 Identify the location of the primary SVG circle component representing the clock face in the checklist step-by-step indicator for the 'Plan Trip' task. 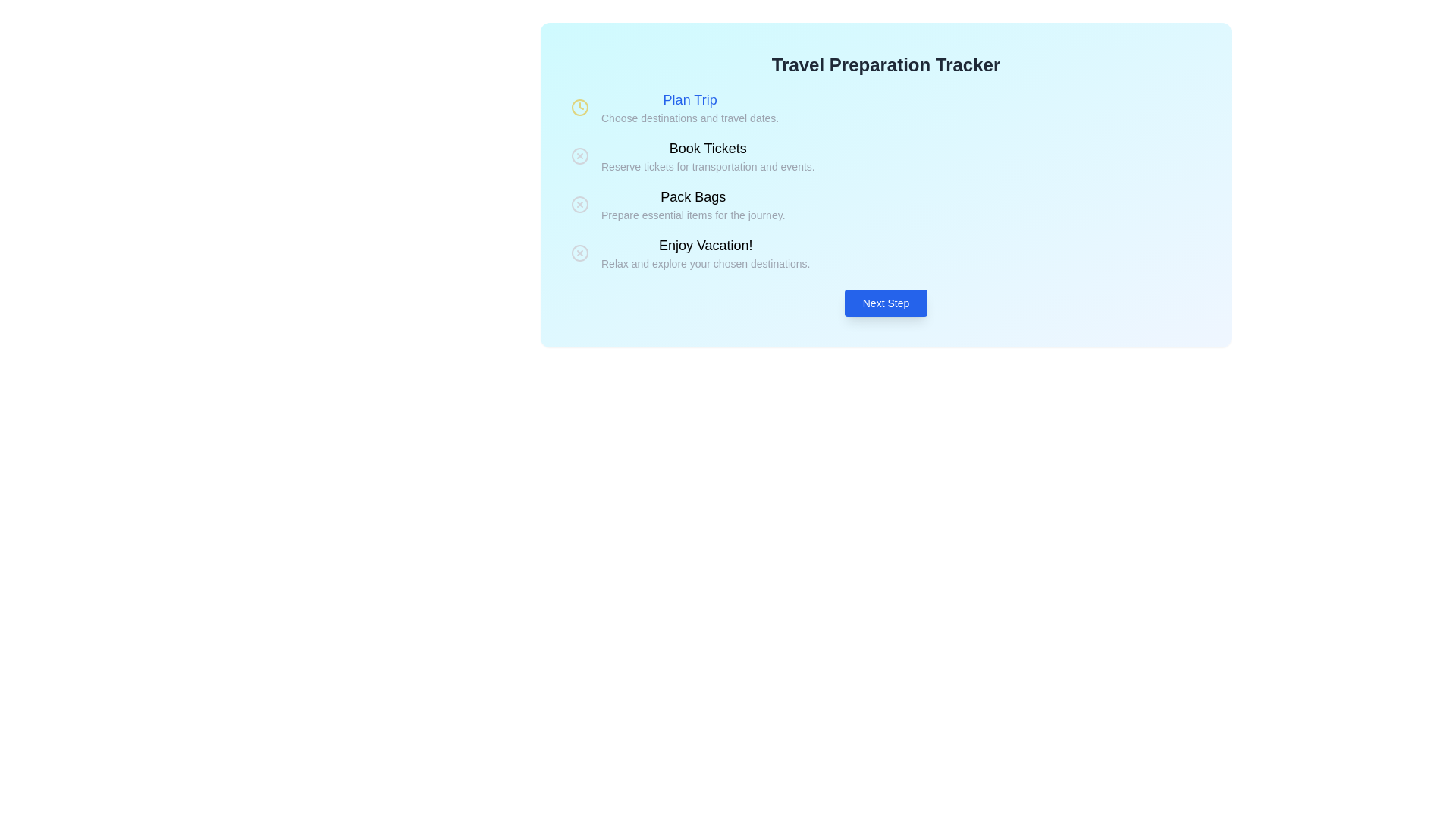
(579, 107).